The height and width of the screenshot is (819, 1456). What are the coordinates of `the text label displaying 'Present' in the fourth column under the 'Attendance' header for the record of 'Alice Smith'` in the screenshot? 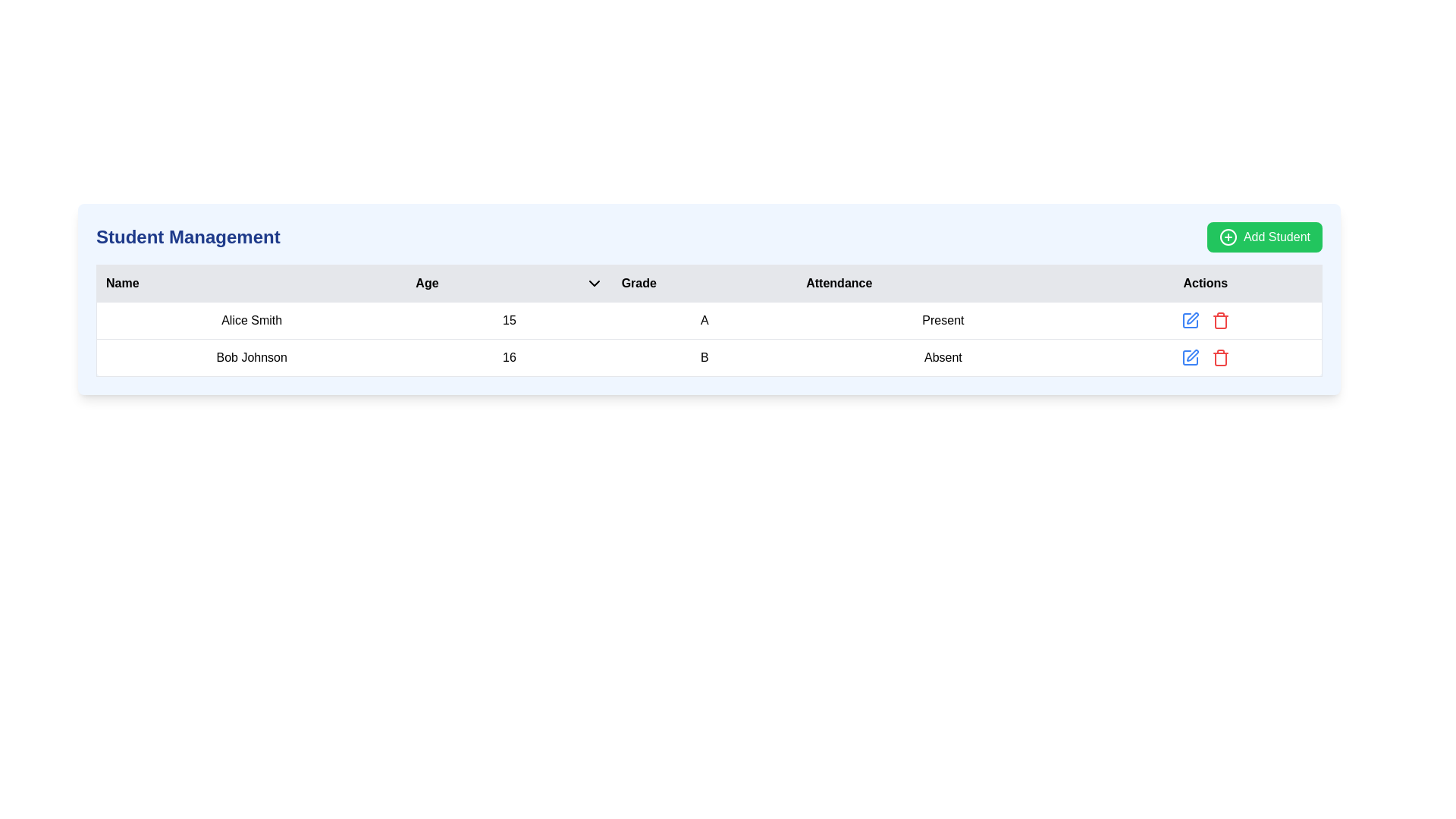 It's located at (942, 320).